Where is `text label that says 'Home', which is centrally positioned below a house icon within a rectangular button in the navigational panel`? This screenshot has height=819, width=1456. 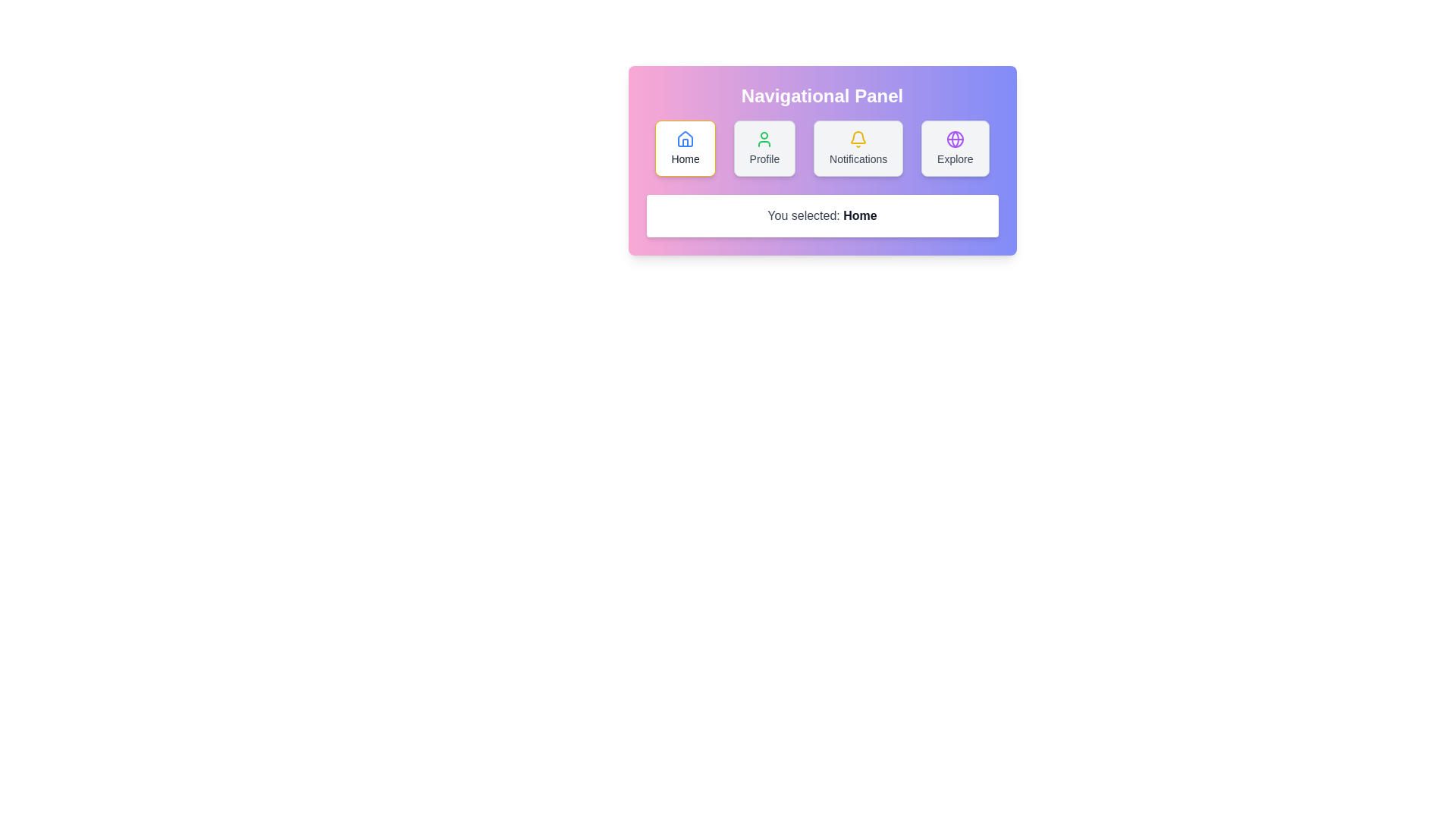
text label that says 'Home', which is centrally positioned below a house icon within a rectangular button in the navigational panel is located at coordinates (685, 158).